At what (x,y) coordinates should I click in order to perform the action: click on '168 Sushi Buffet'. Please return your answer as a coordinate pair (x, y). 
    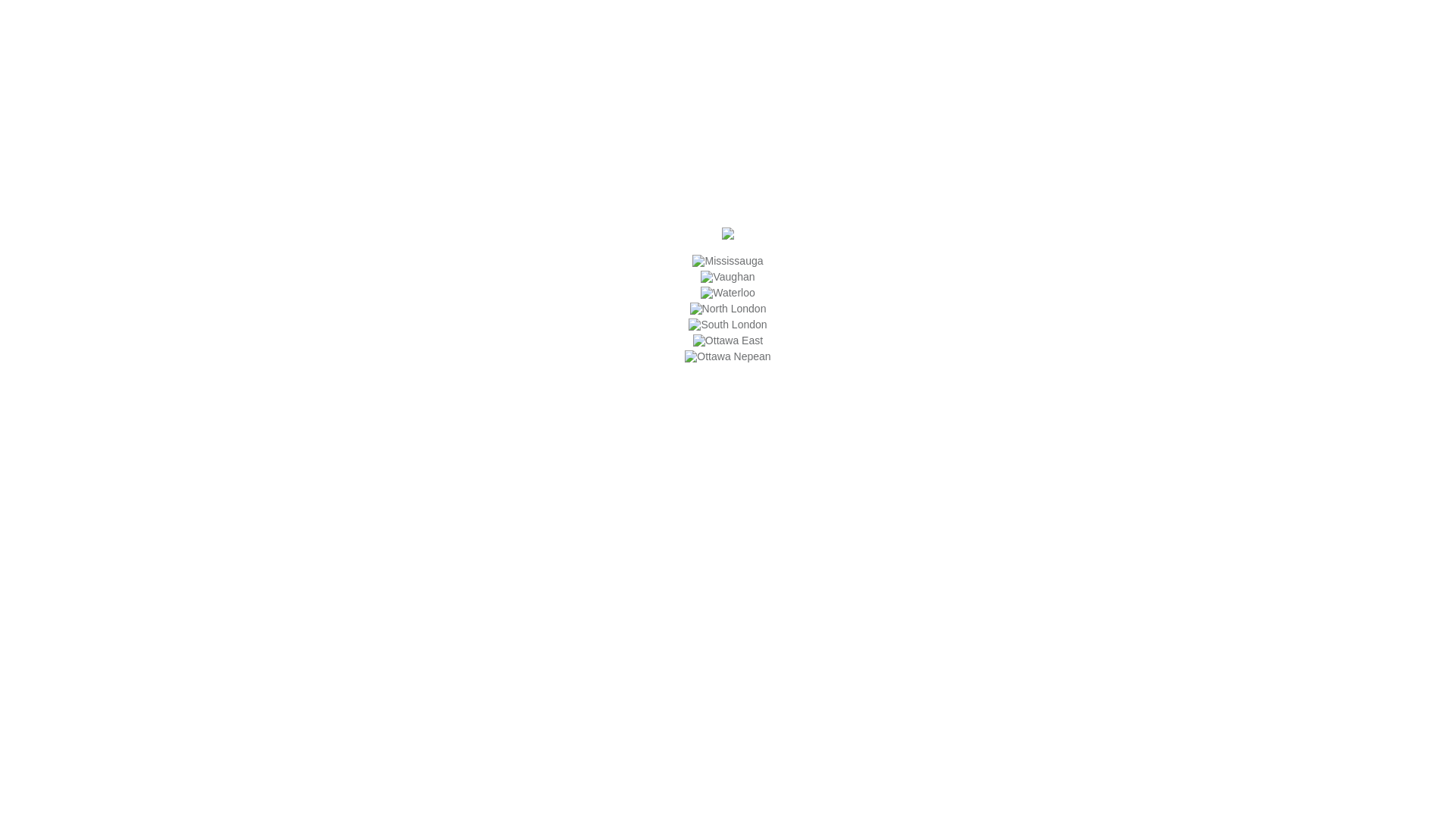
    Looking at the image, I should click on (728, 236).